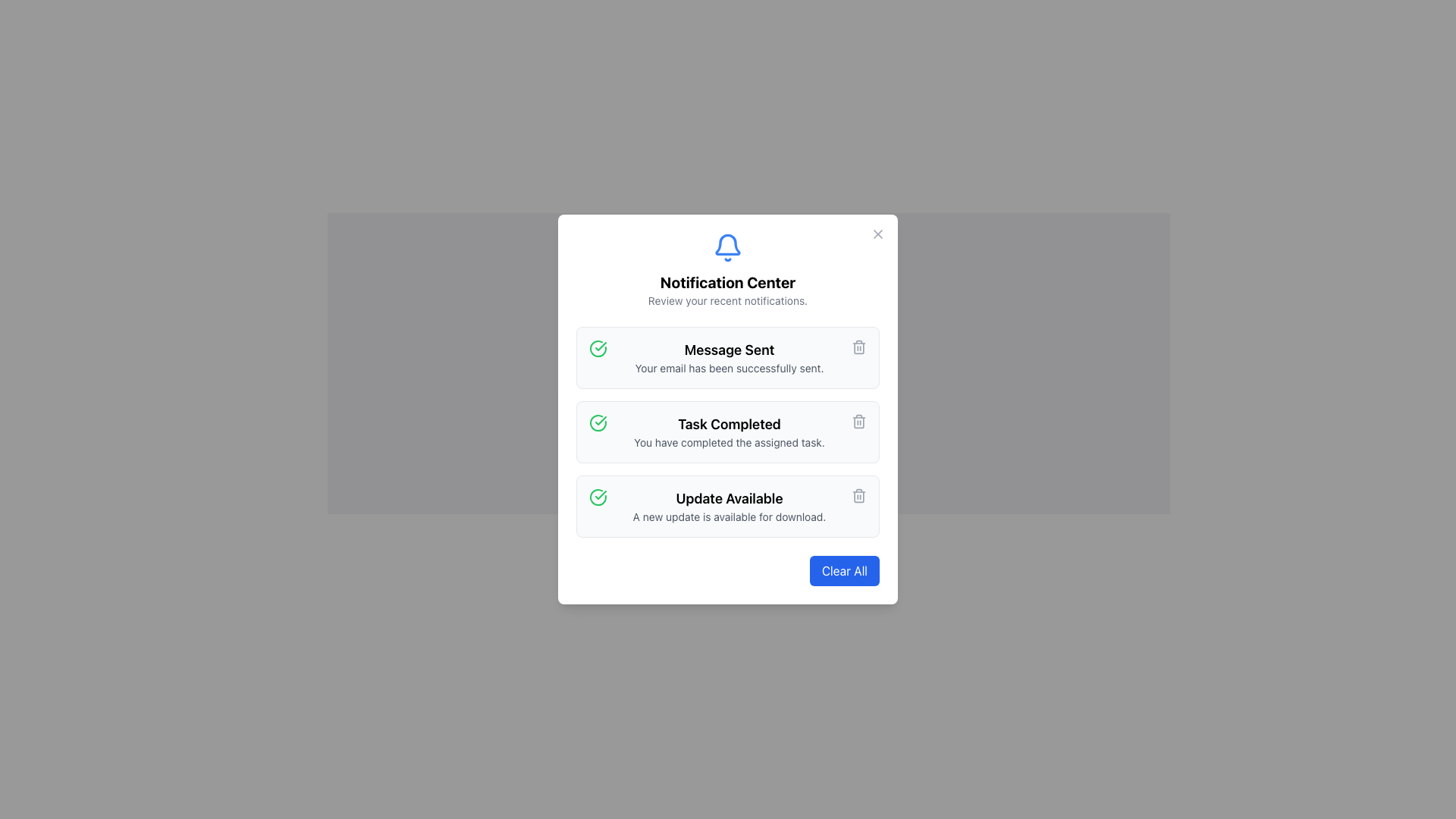 This screenshot has width=1456, height=819. I want to click on the text section within the 'Task Completed' notification, which provides feedback for a successfully completed task, so click(729, 432).